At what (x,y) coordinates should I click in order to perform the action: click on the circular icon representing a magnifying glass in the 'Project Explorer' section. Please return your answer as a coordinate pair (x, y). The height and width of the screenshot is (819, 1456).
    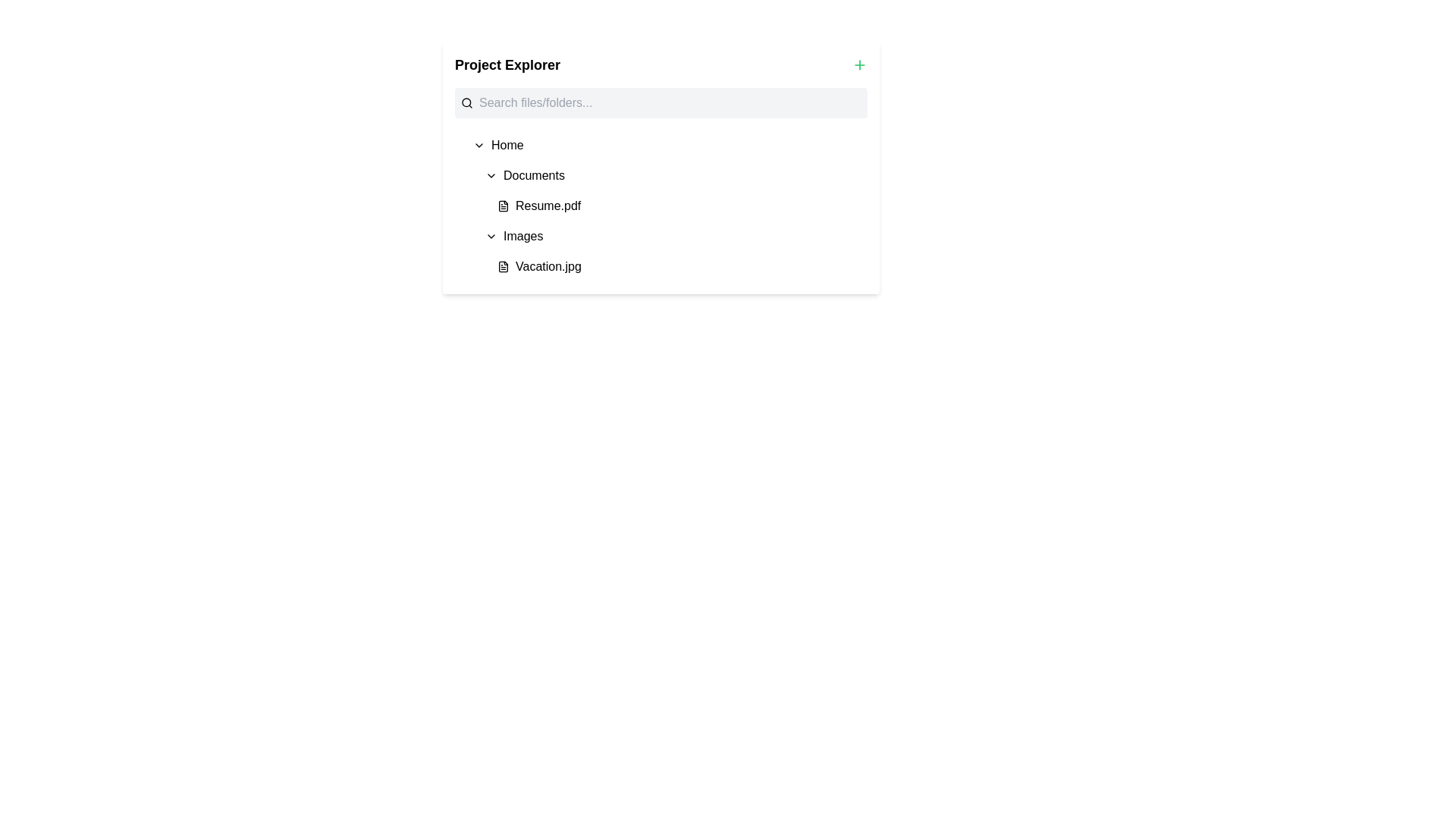
    Looking at the image, I should click on (466, 102).